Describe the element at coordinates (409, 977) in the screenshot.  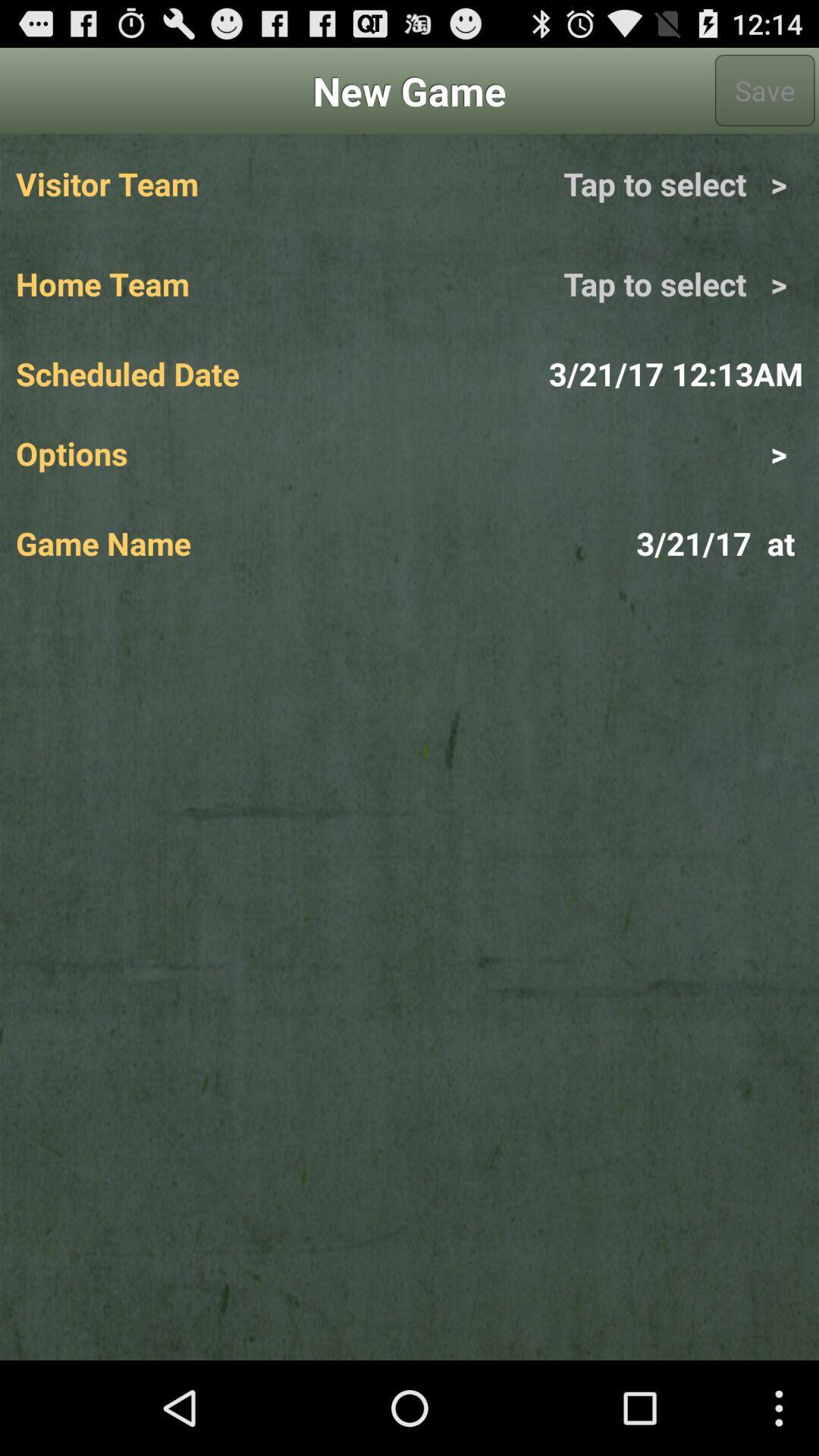
I see `the item below the game name app` at that location.